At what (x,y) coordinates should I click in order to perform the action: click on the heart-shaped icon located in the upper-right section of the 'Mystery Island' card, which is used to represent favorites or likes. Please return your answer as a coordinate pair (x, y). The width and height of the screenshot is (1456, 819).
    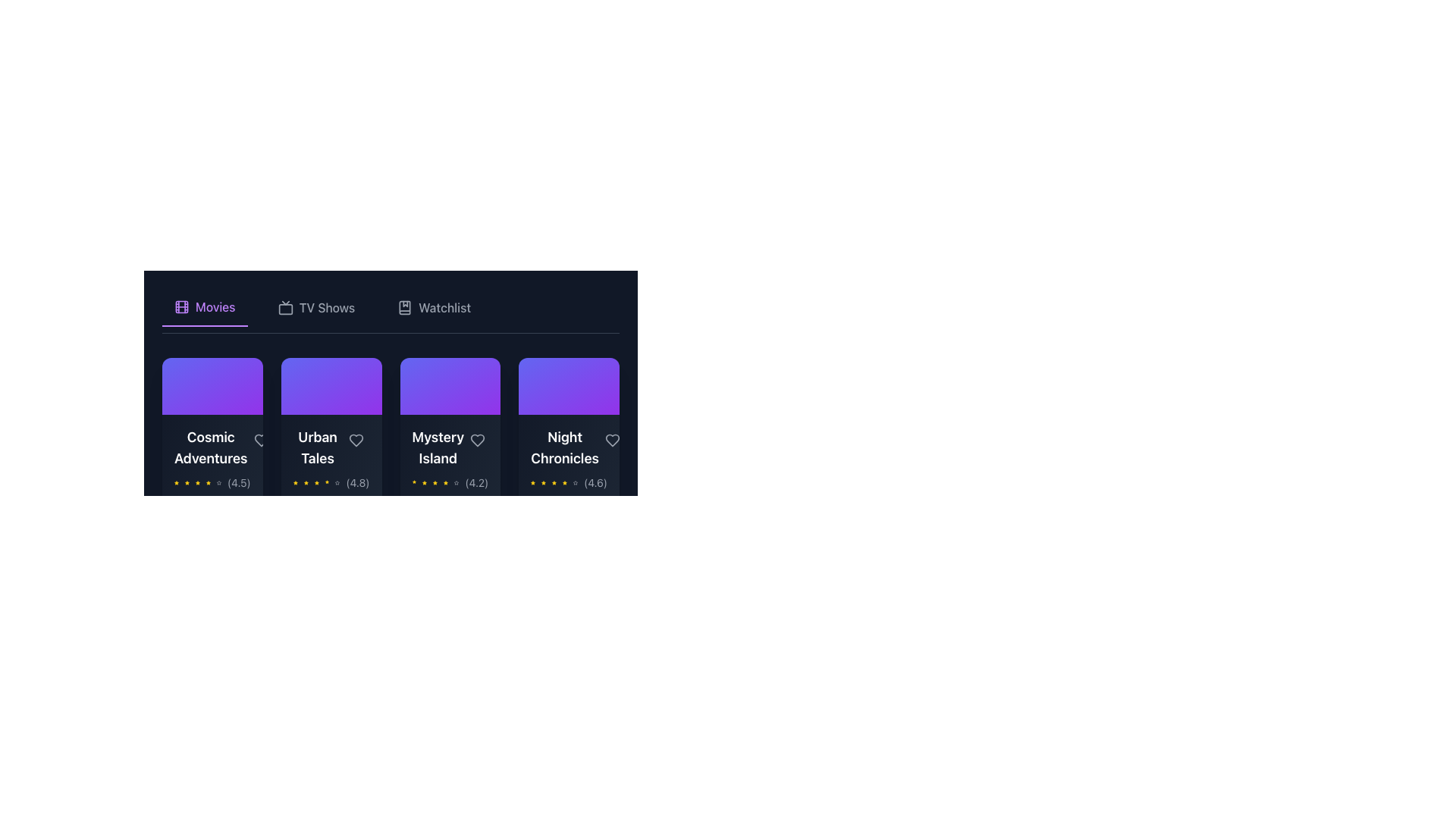
    Looking at the image, I should click on (477, 440).